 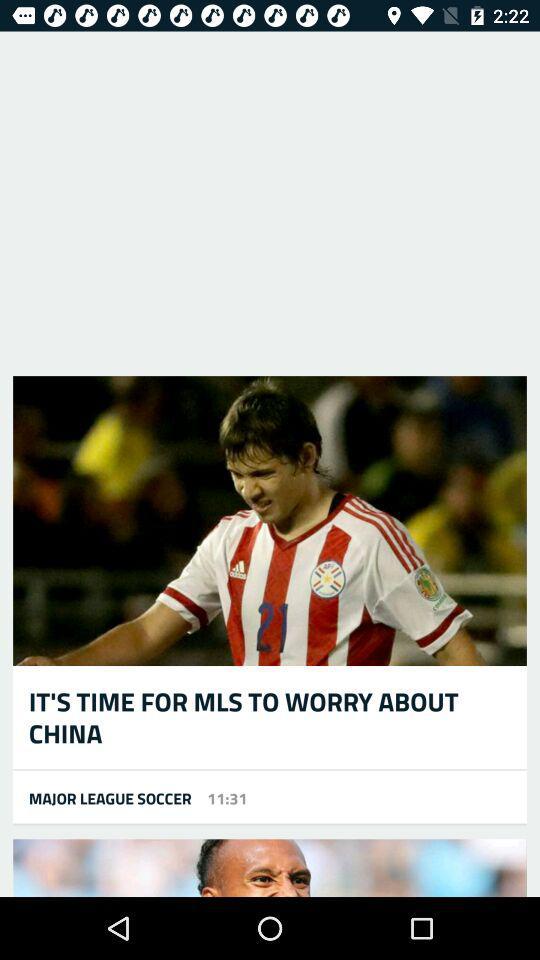 I want to click on the icon to the left of 11:31 icon, so click(x=102, y=798).